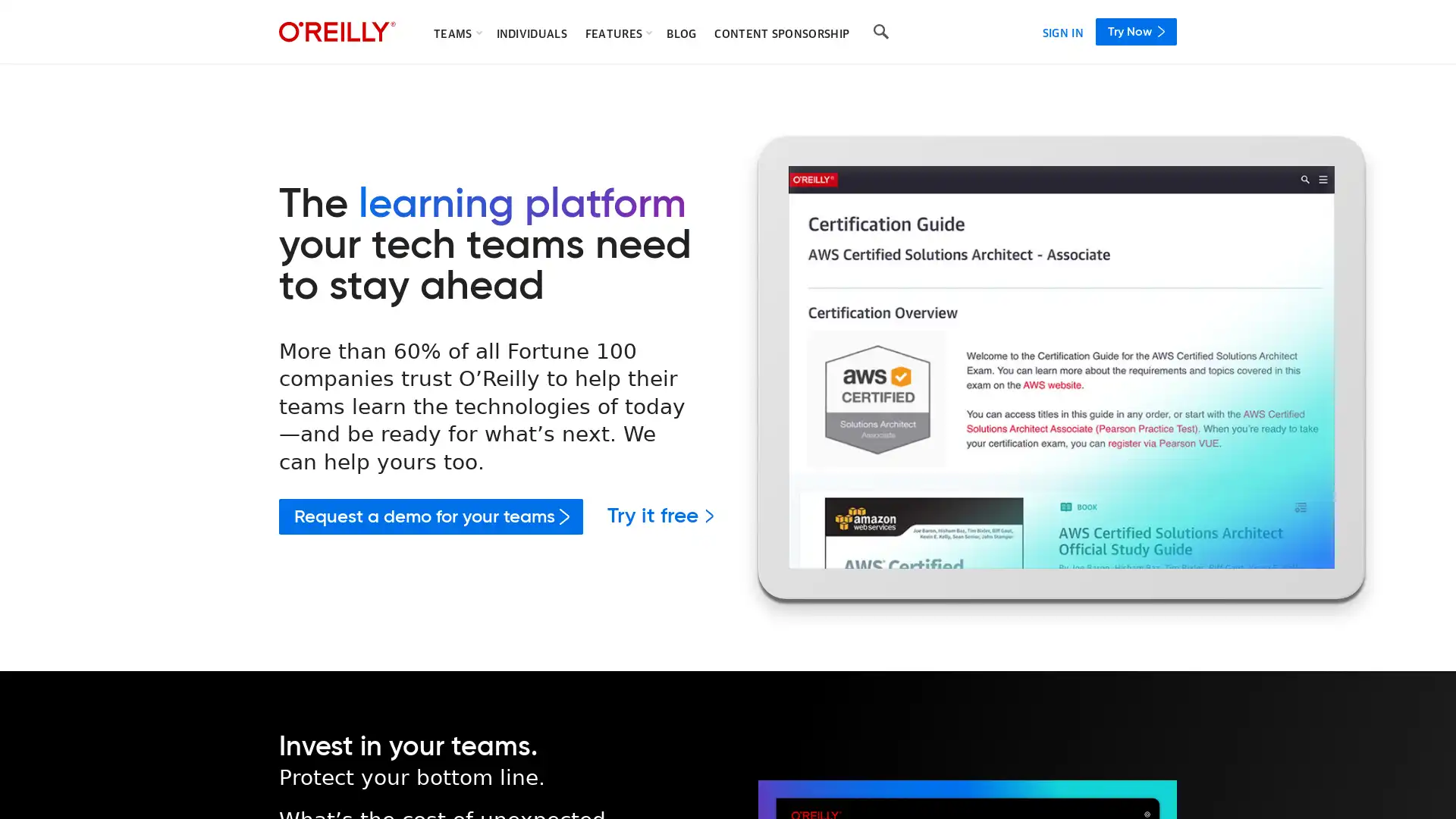 The height and width of the screenshot is (819, 1456). I want to click on Search, so click(880, 32).